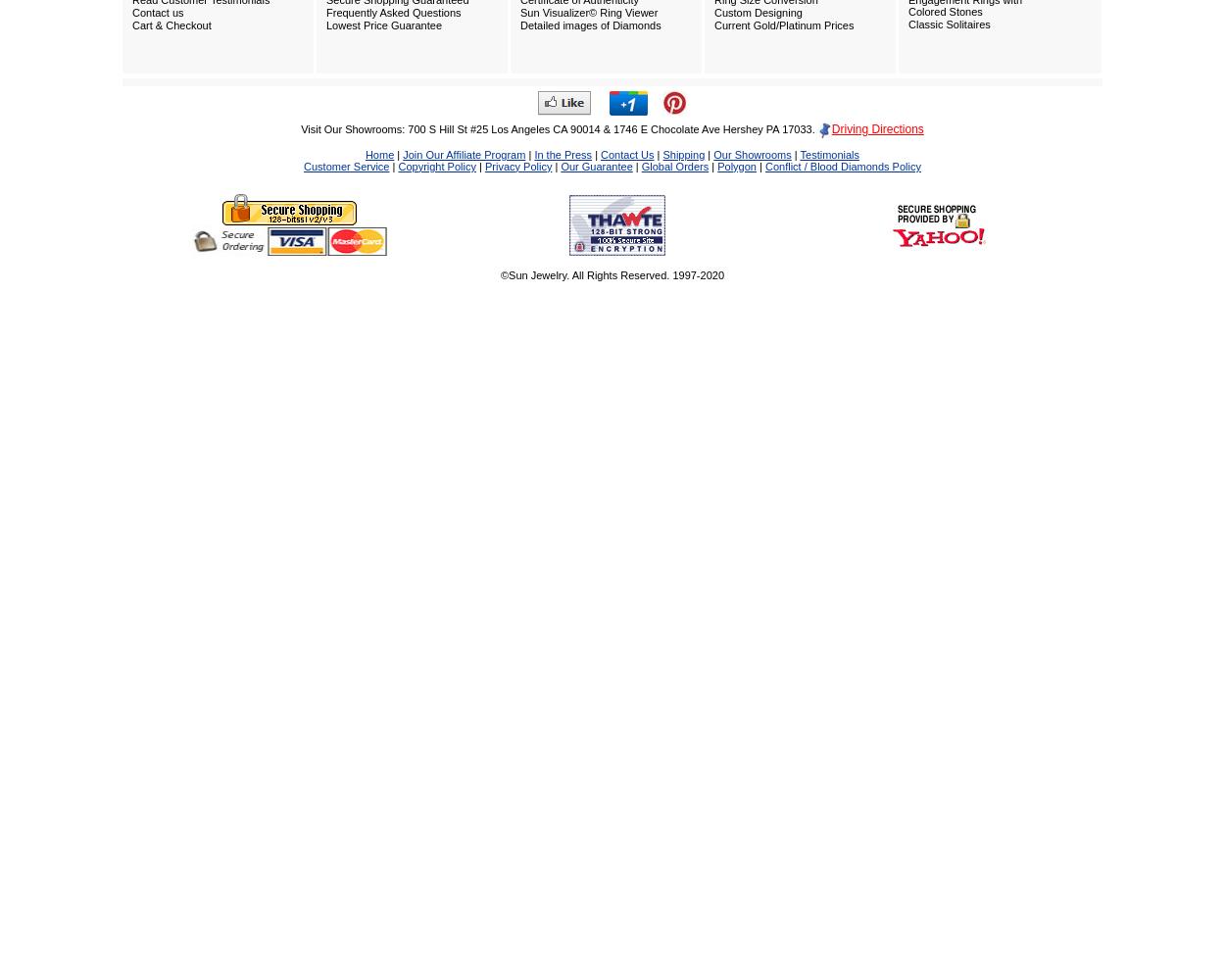 This screenshot has width=1225, height=980. Describe the element at coordinates (517, 166) in the screenshot. I see `'Privacy Policy'` at that location.